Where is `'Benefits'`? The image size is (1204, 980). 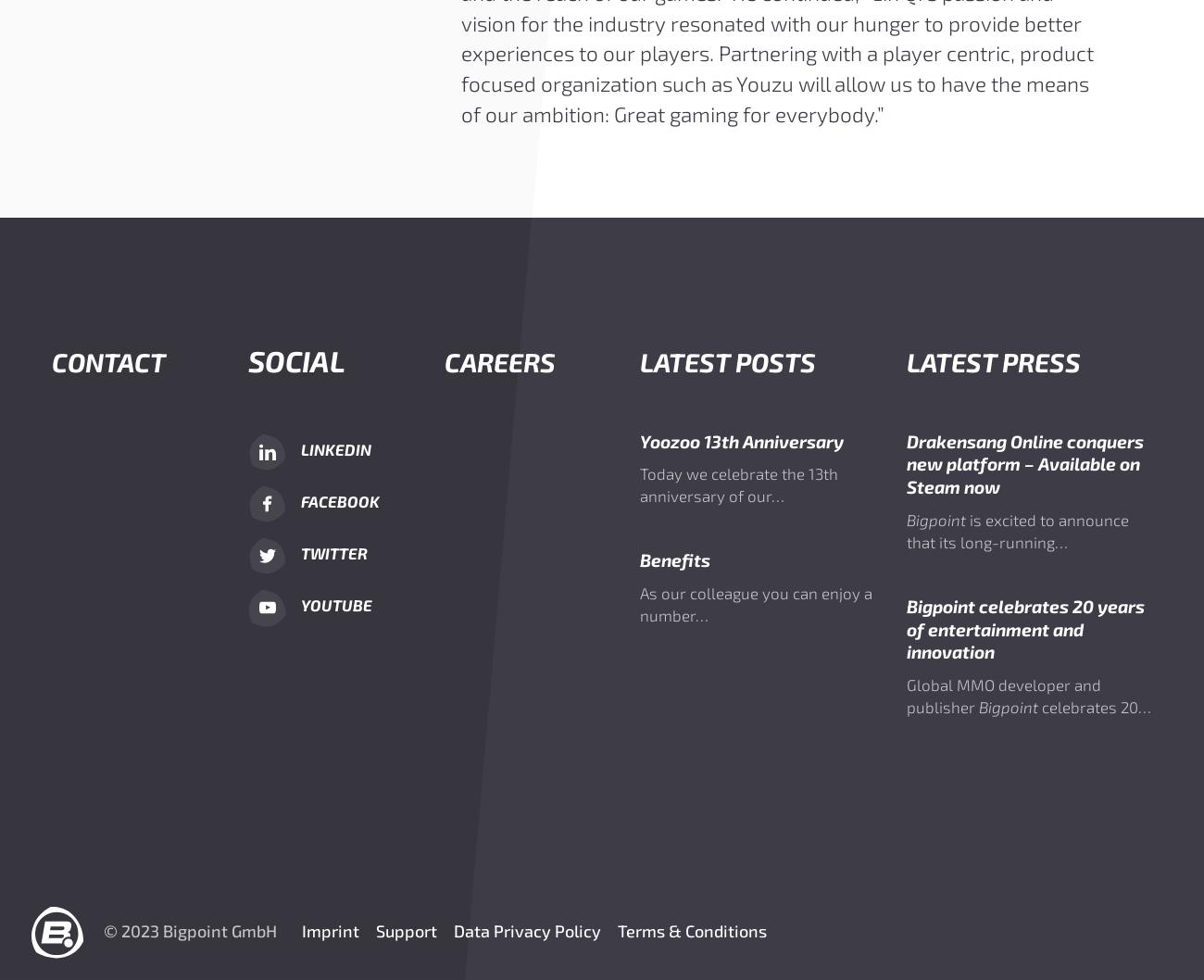 'Benefits' is located at coordinates (675, 559).